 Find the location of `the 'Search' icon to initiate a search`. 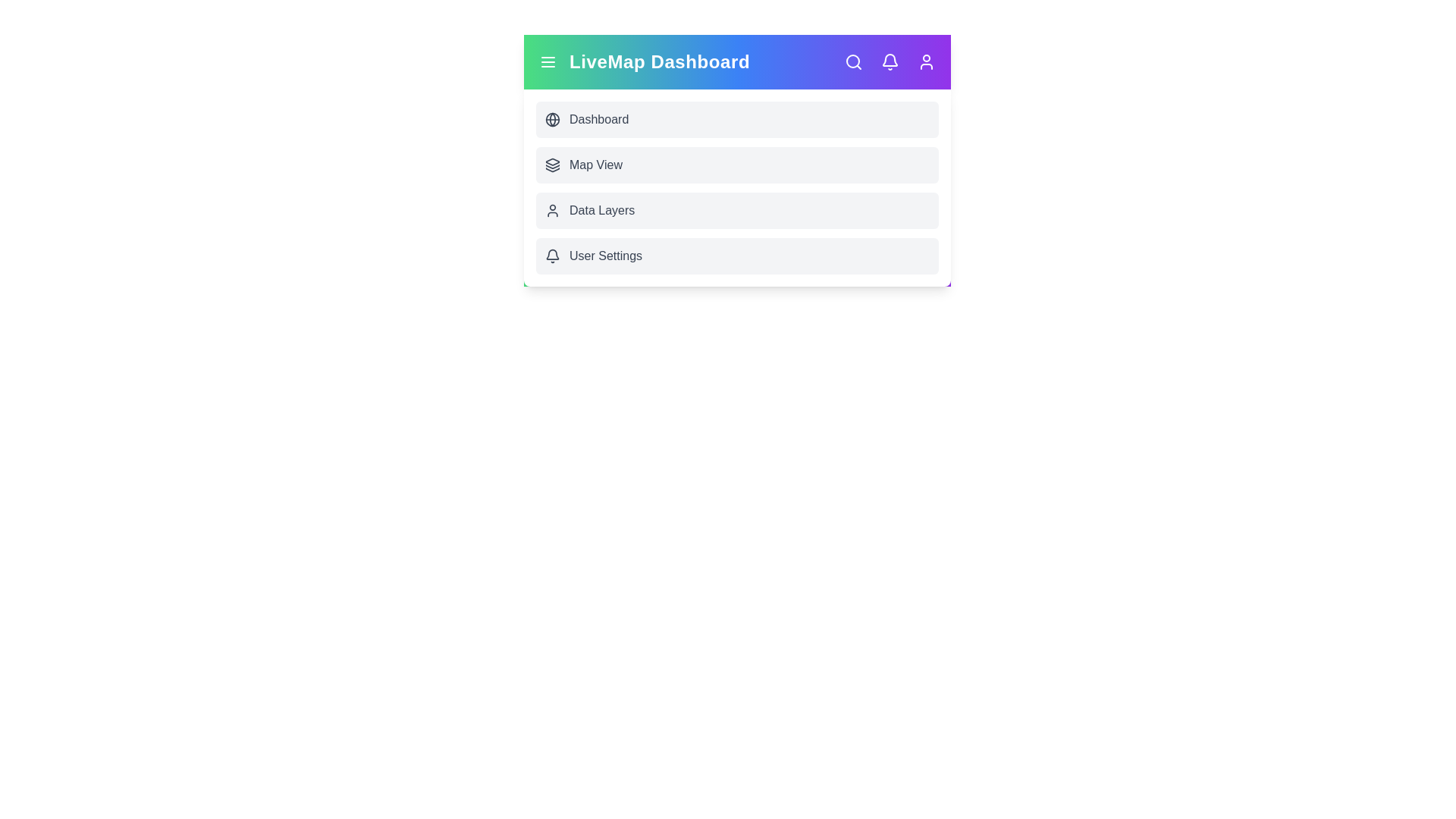

the 'Search' icon to initiate a search is located at coordinates (854, 61).